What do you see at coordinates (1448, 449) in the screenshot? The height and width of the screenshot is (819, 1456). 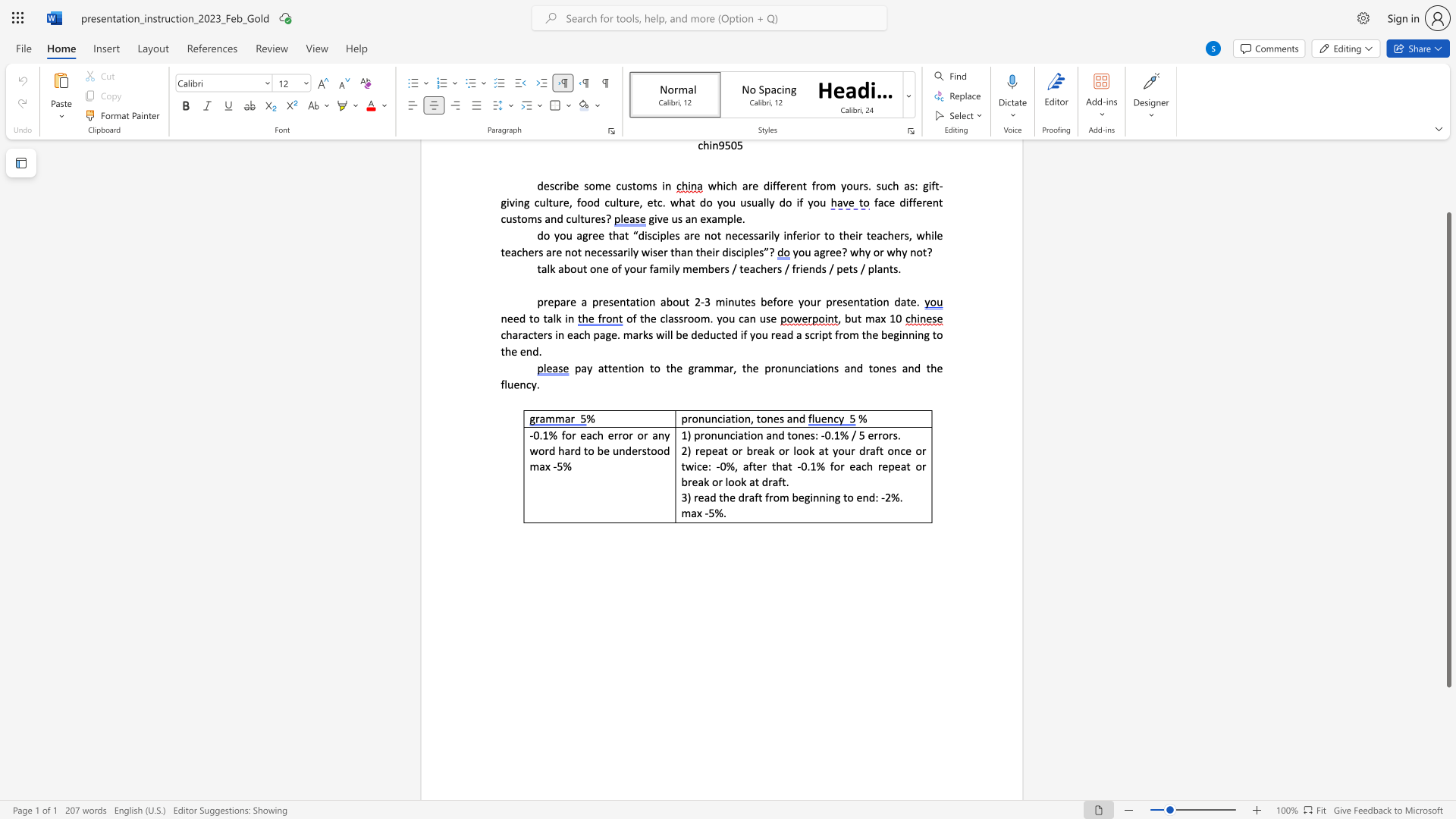 I see `the scrollbar and move up 20 pixels` at bounding box center [1448, 449].